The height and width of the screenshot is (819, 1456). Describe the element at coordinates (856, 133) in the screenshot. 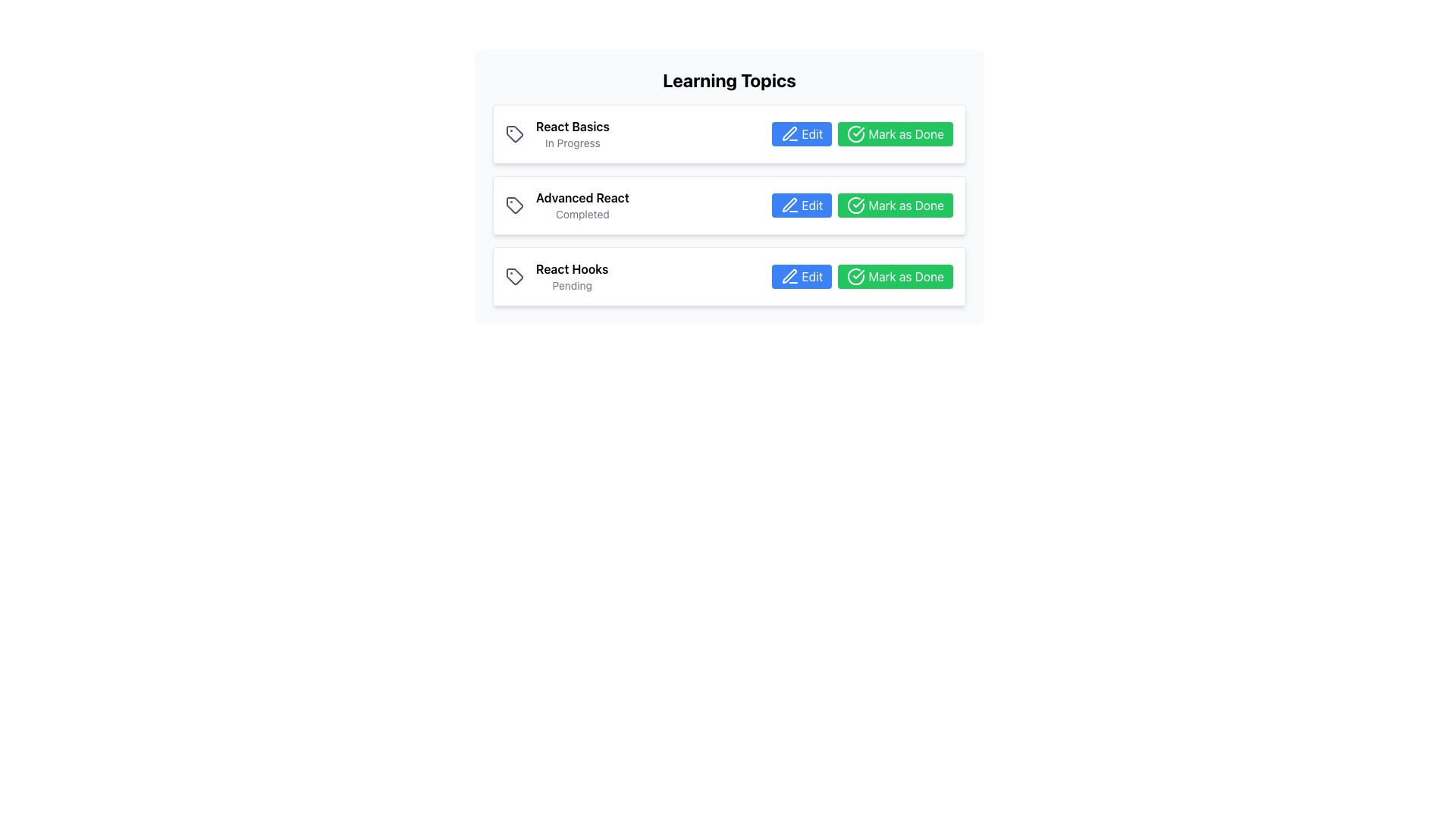

I see `the checkmark segment of the SVG icon representing the 'Mark as Done' button in the 'React Basics' row` at that location.